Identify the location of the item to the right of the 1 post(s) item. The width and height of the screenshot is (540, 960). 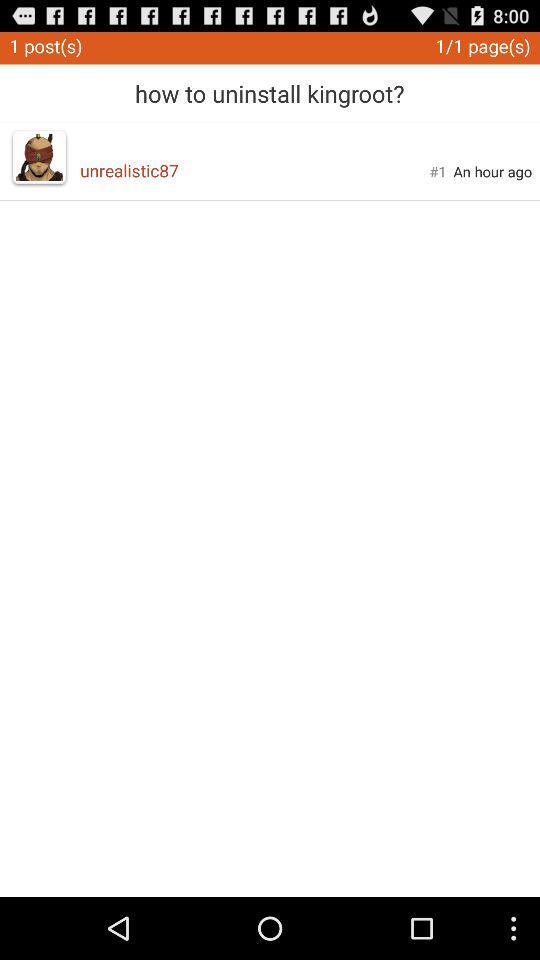
(269, 86).